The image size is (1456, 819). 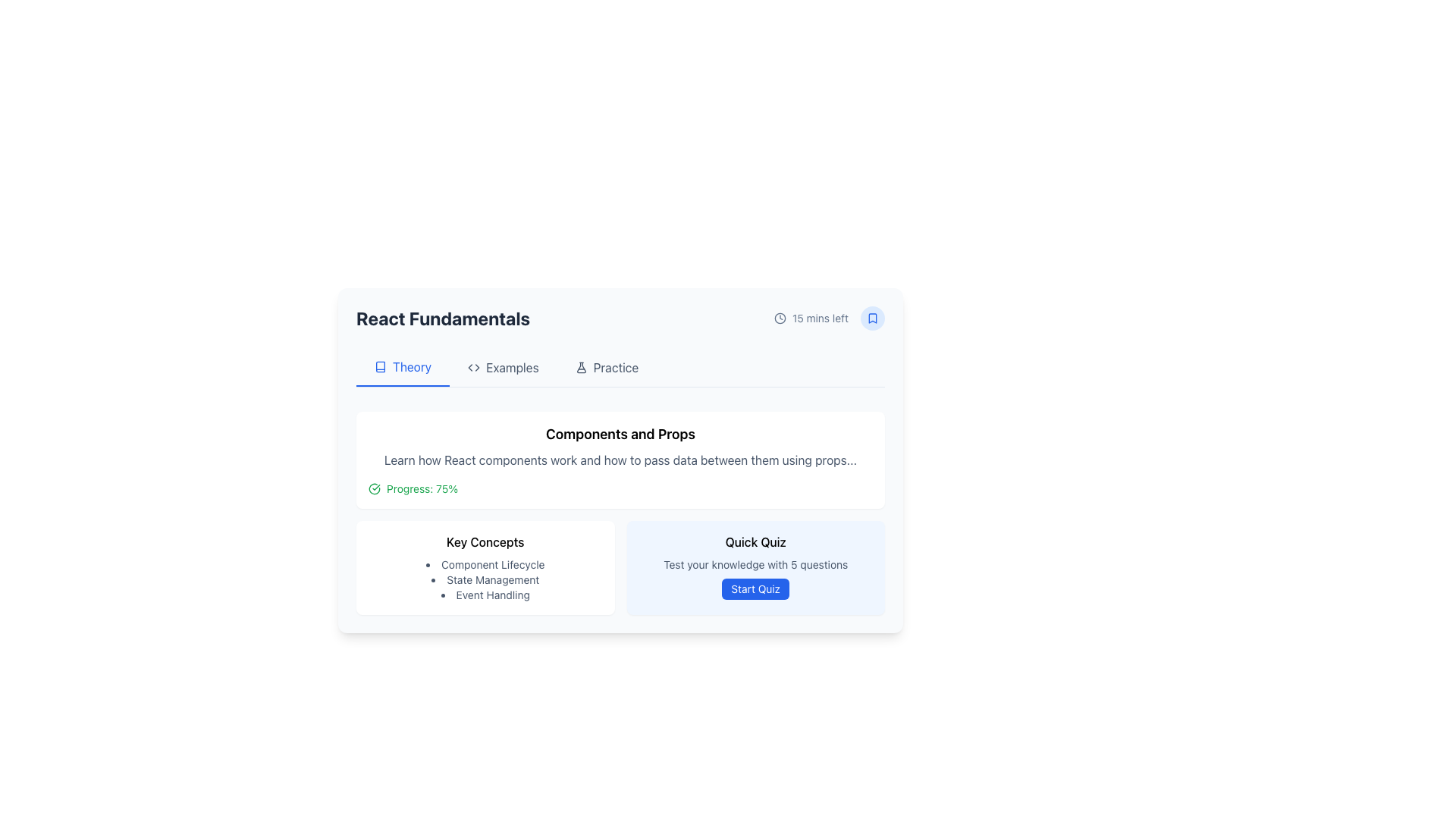 What do you see at coordinates (873, 318) in the screenshot?
I see `the bookmark IconButton located at the top-right corner of the 'React Fundamentals' card` at bounding box center [873, 318].